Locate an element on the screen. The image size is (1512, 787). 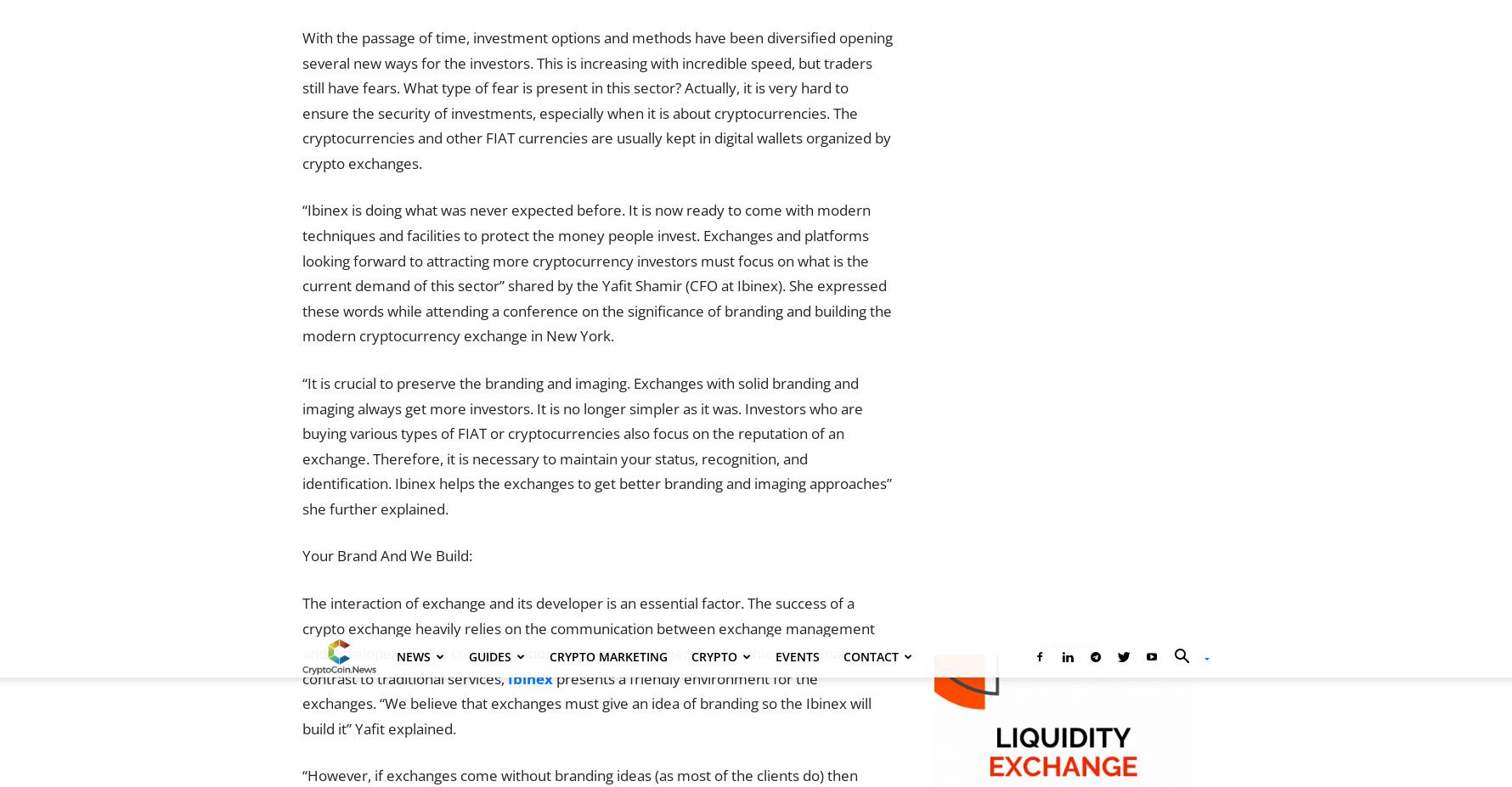
'https://cryptocin.news' is located at coordinates (465, 358).